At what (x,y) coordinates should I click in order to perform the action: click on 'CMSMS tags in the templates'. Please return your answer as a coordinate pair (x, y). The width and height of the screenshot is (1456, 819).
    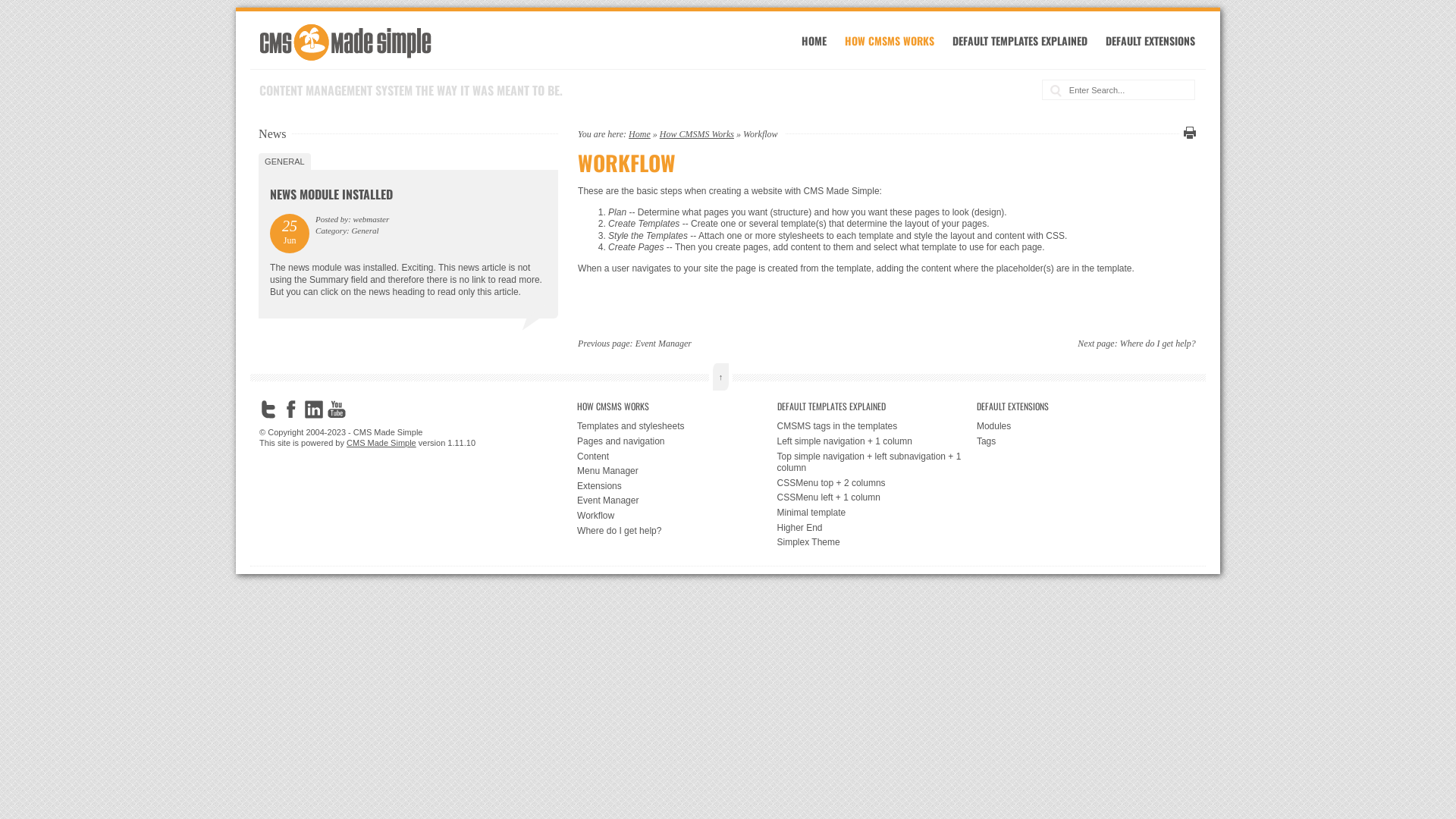
    Looking at the image, I should click on (876, 427).